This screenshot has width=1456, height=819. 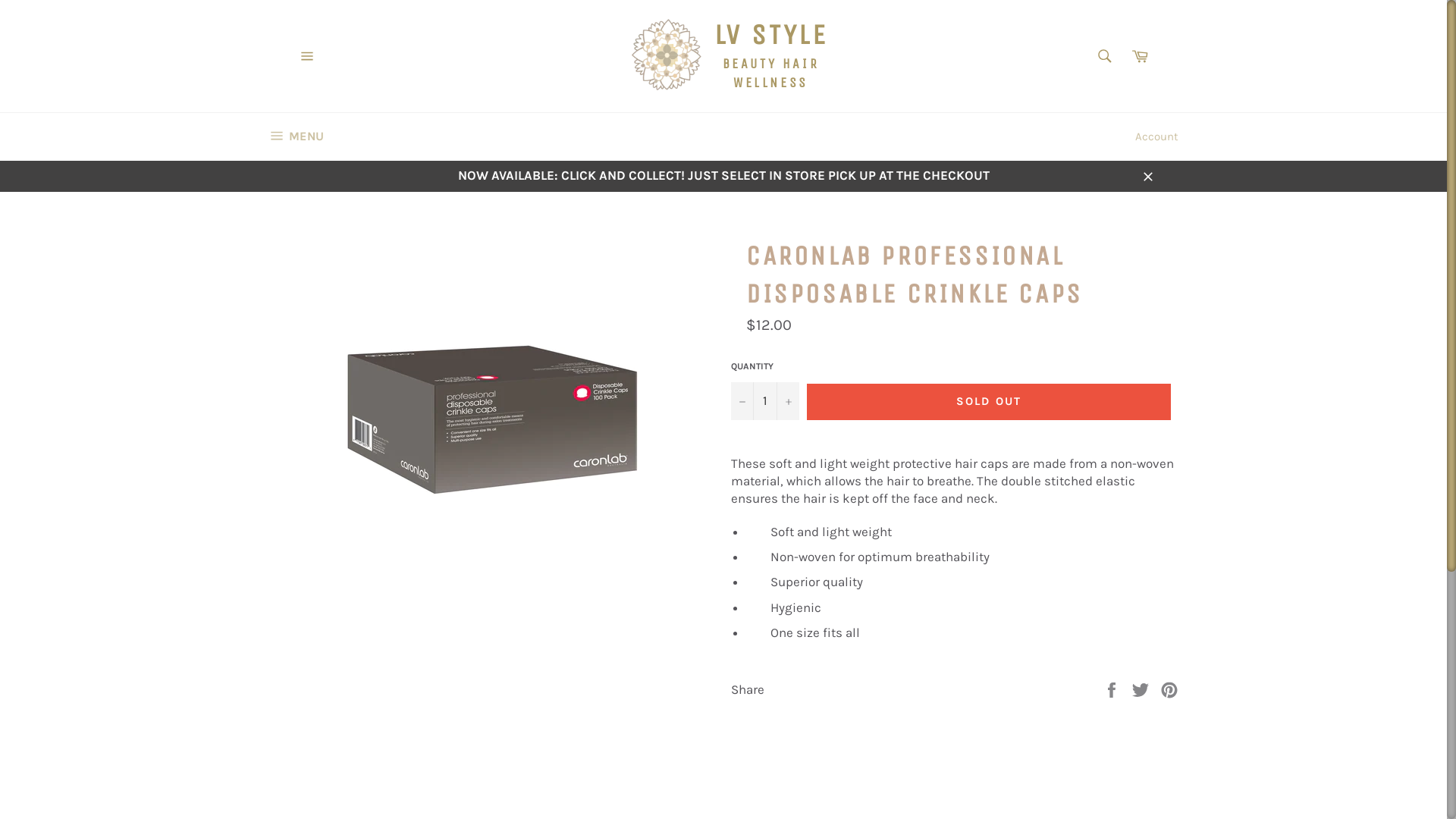 I want to click on '+', so click(x=787, y=400).